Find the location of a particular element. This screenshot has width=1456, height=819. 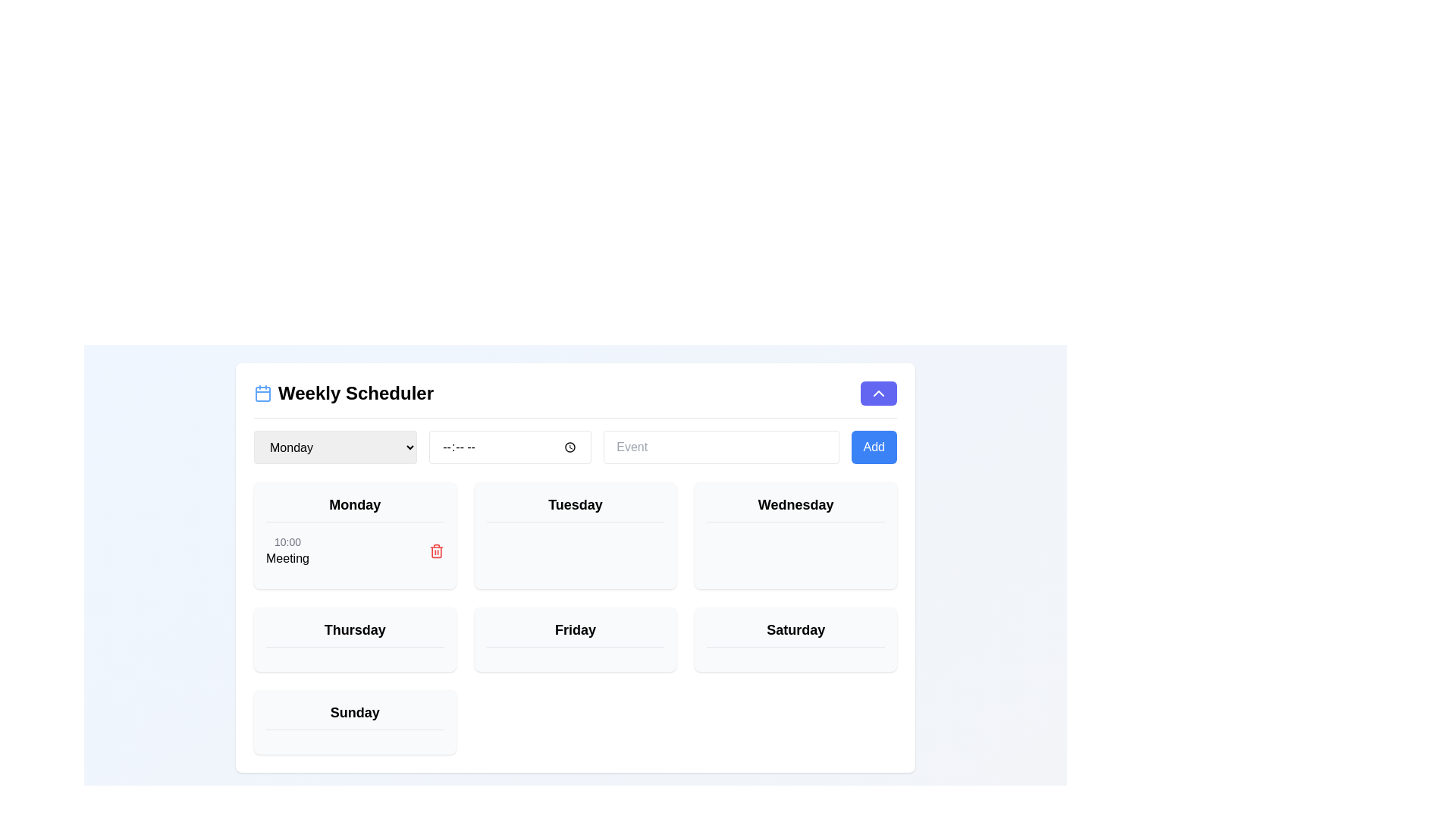

the static text label for the 'Sunday' section in the weekly scheduler interface, located at the bottom of the weekly scheduler grid is located at coordinates (354, 716).